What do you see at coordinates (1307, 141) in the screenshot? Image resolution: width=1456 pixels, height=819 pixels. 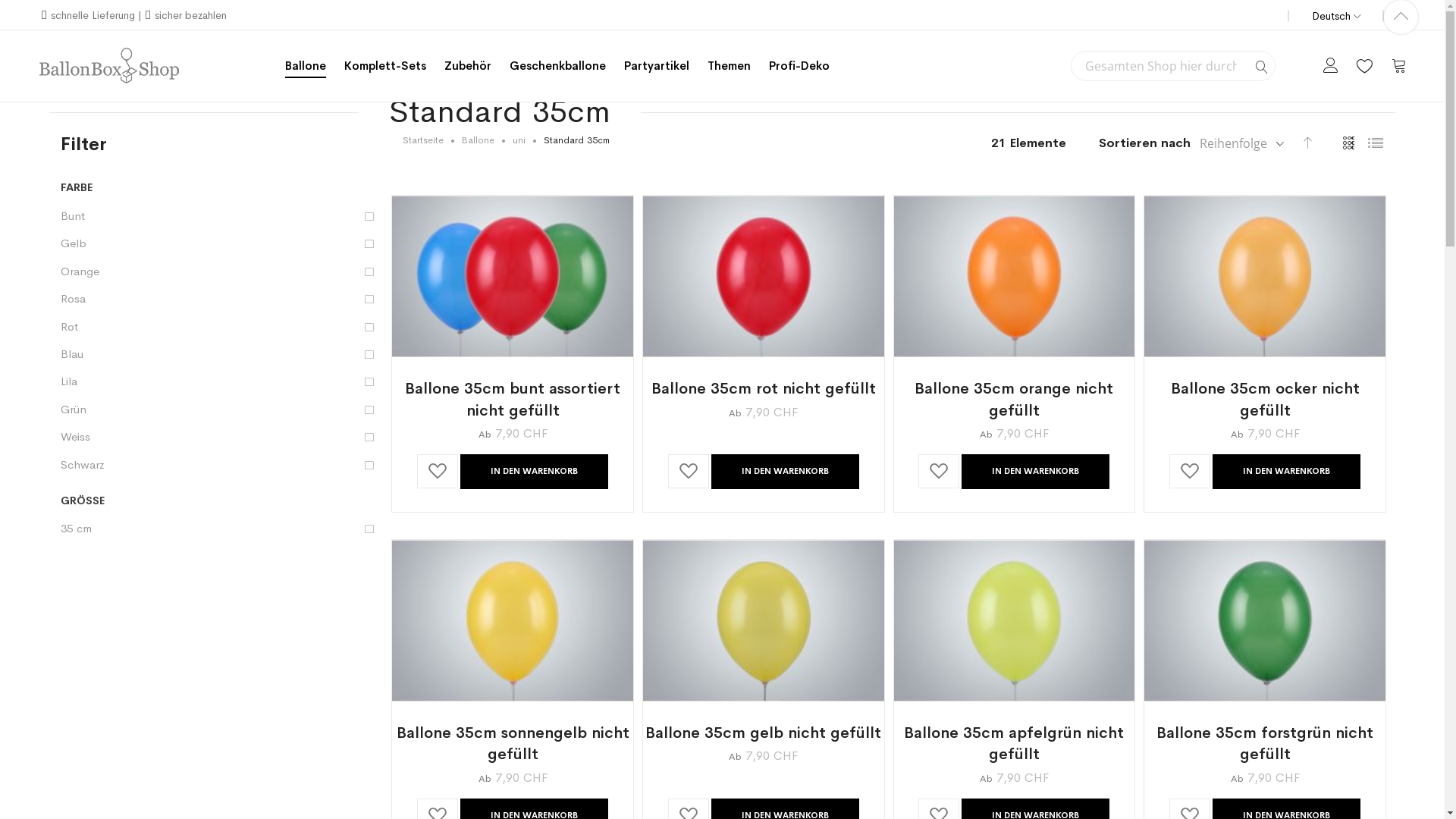 I see `'Absteigend sortieren'` at bounding box center [1307, 141].